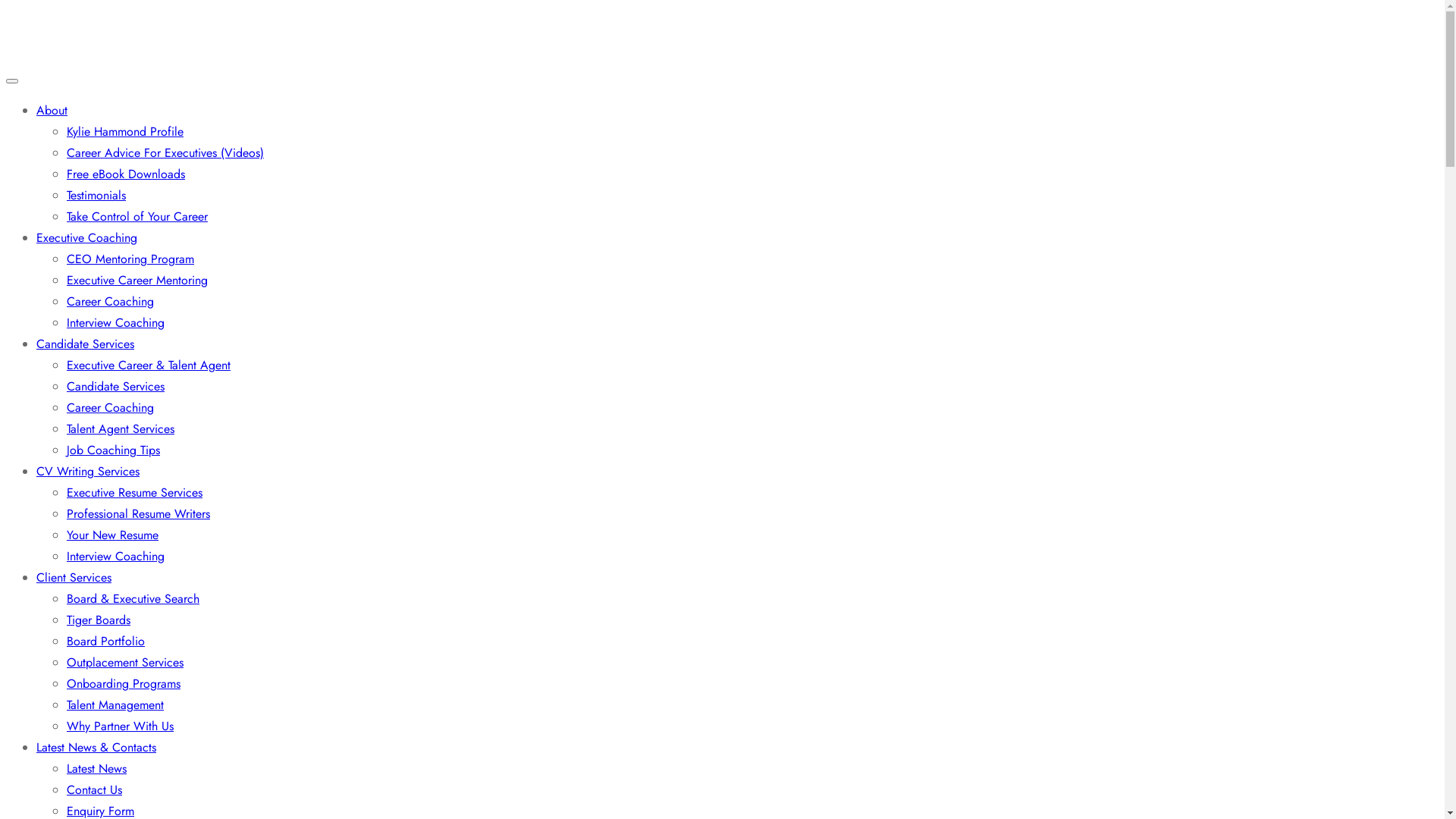 The image size is (1456, 819). What do you see at coordinates (105, 641) in the screenshot?
I see `'Board Portfolio'` at bounding box center [105, 641].